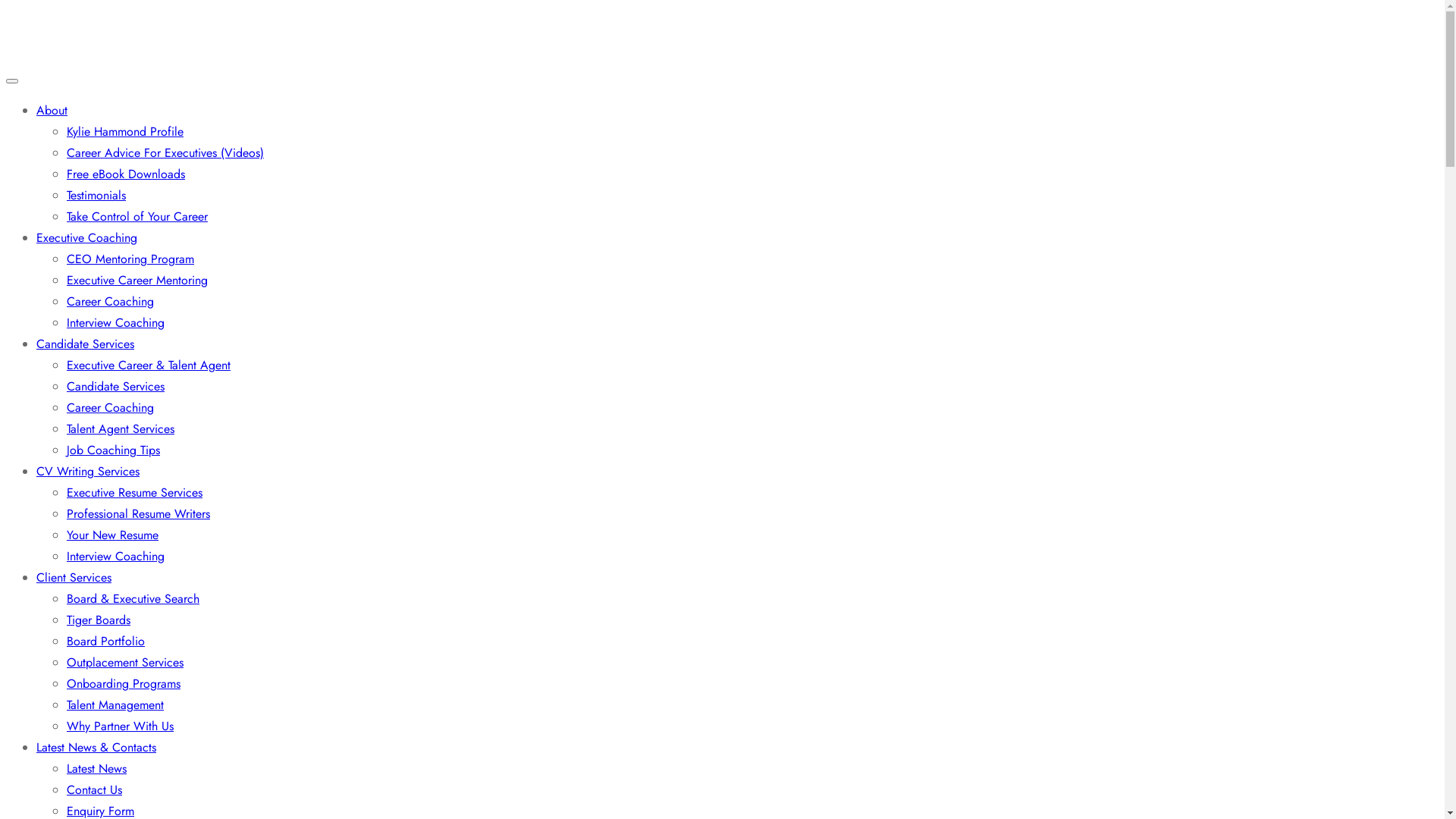 The image size is (1456, 819). What do you see at coordinates (105, 641) in the screenshot?
I see `'Board Portfolio'` at bounding box center [105, 641].